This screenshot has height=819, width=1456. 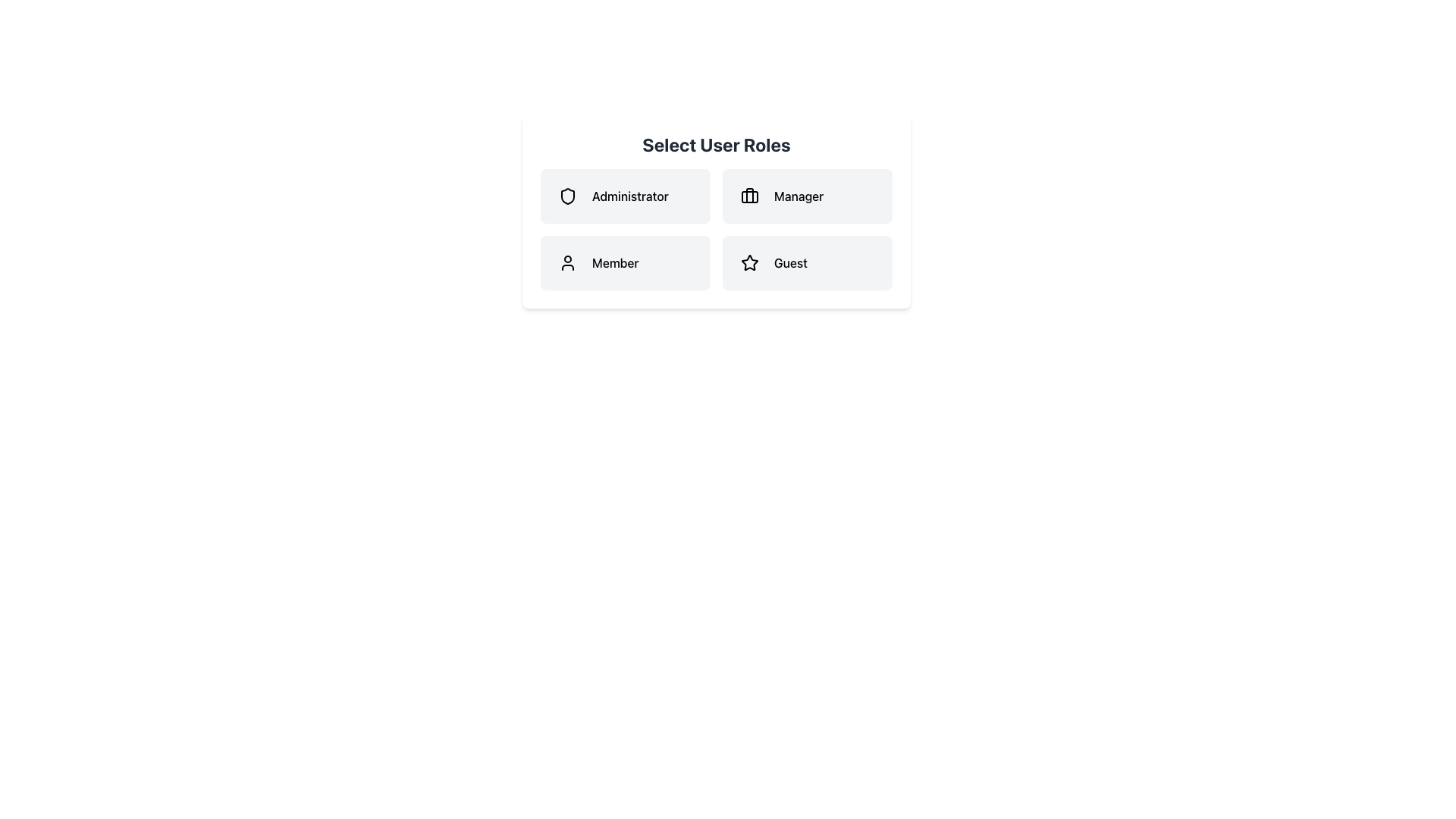 What do you see at coordinates (798, 195) in the screenshot?
I see `text label that displays 'Manager', which is located in the upper-right section of the user role selection grid` at bounding box center [798, 195].